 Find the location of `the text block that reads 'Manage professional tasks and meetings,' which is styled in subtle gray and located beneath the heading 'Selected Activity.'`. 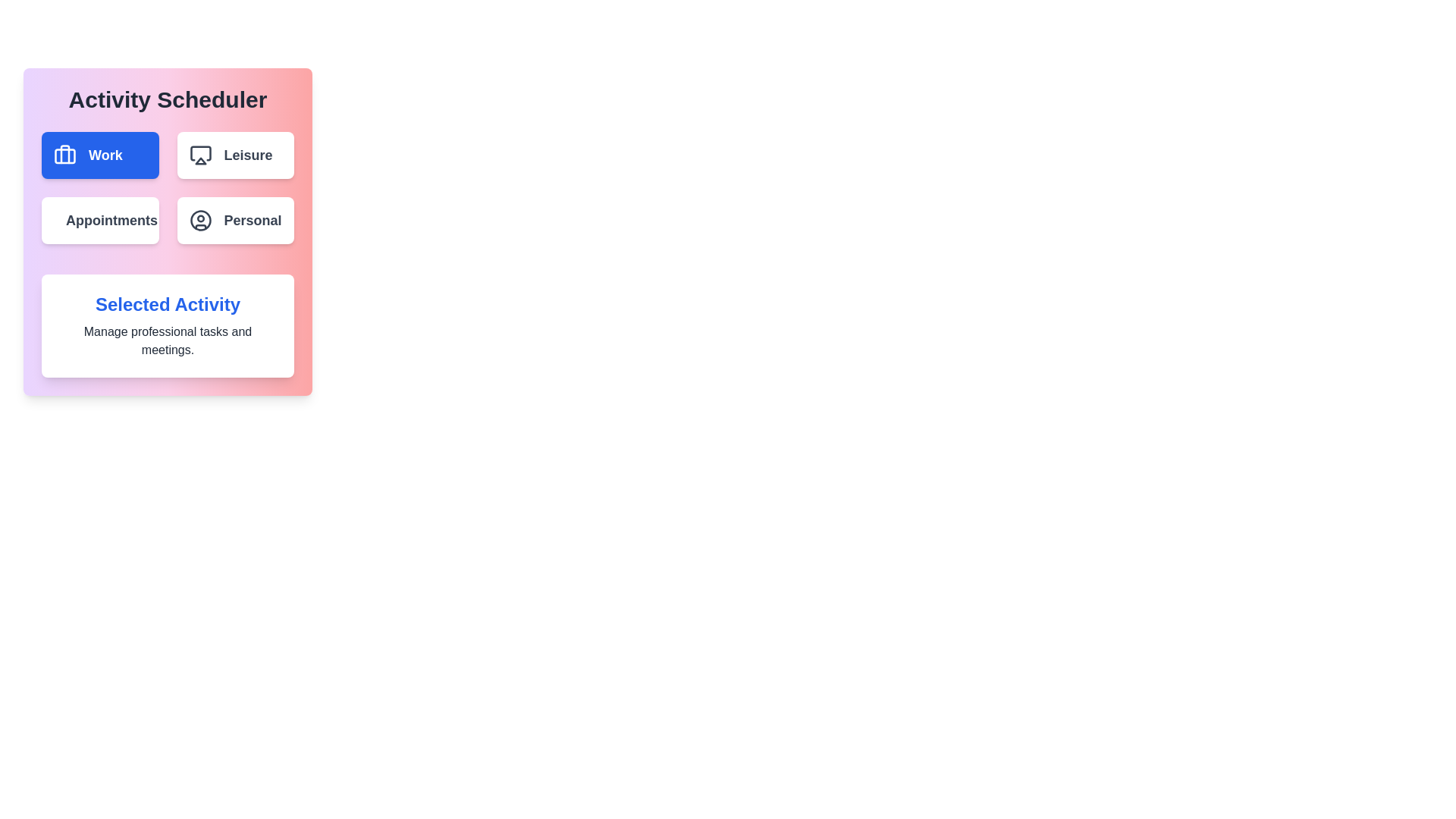

the text block that reads 'Manage professional tasks and meetings,' which is styled in subtle gray and located beneath the heading 'Selected Activity.' is located at coordinates (168, 341).